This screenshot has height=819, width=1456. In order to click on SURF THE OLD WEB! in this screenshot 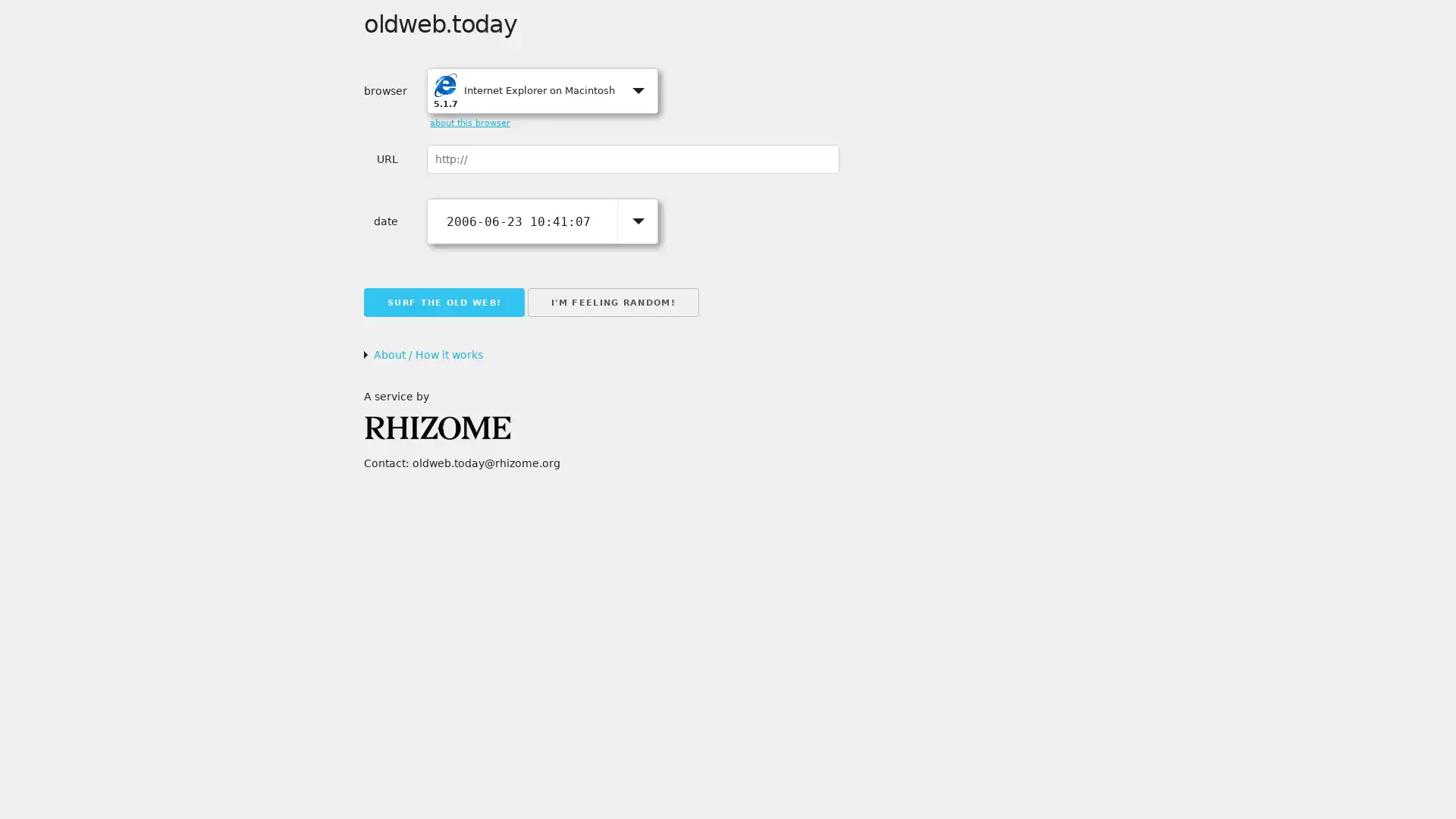, I will do `click(443, 302)`.